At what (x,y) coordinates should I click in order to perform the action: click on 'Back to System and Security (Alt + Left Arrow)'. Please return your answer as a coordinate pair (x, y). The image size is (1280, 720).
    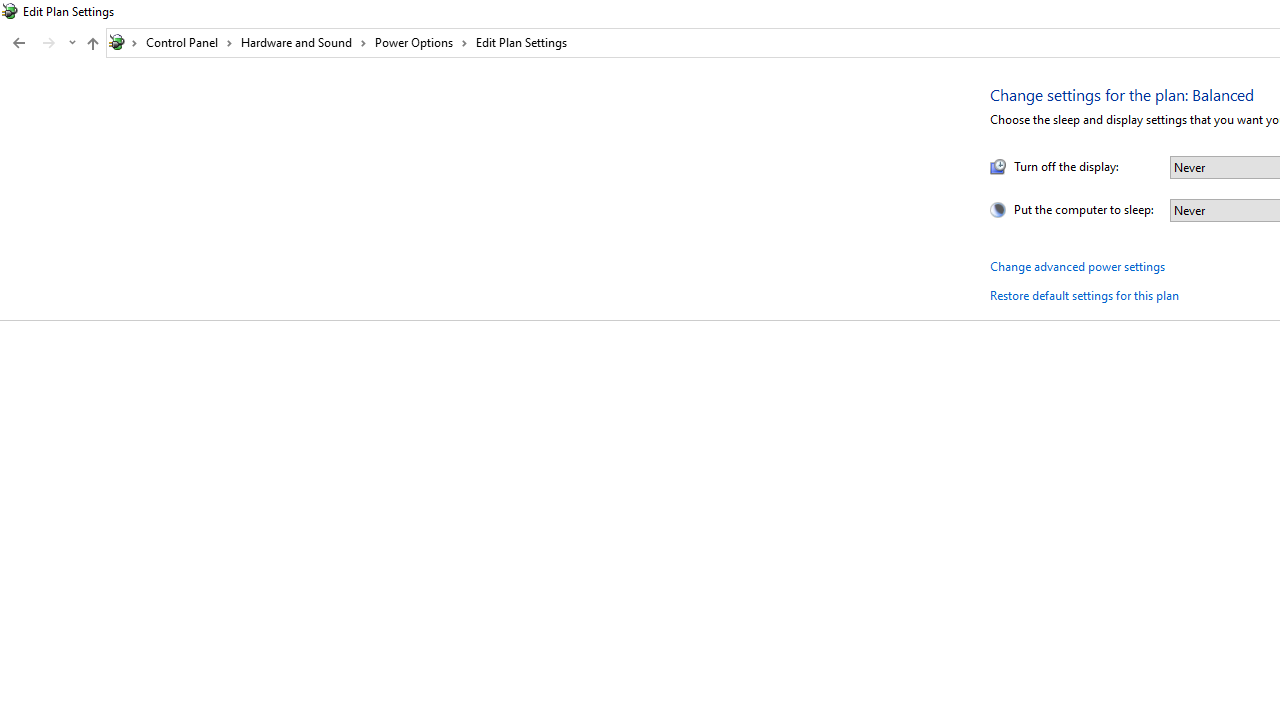
    Looking at the image, I should click on (19, 43).